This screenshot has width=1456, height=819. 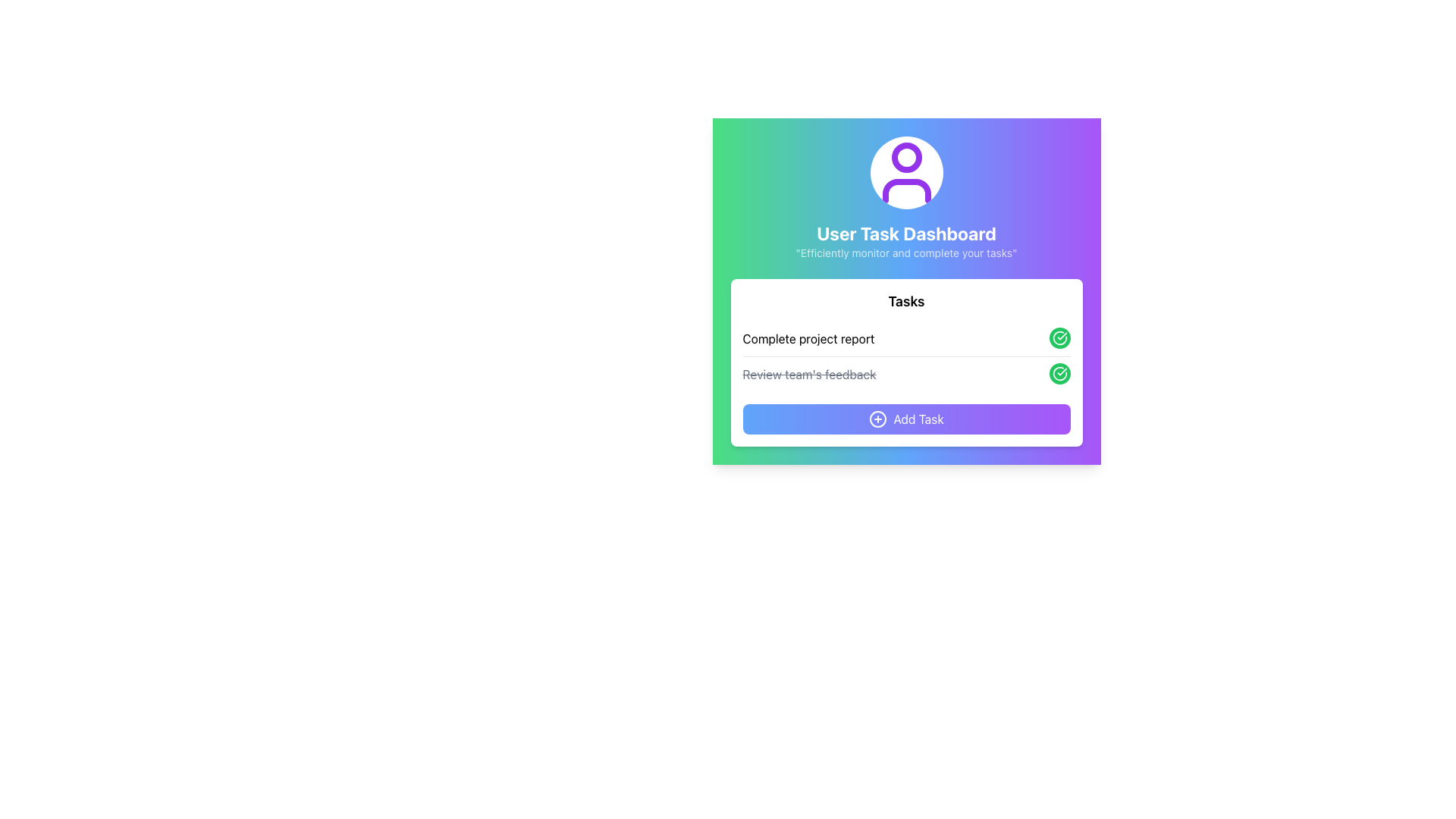 What do you see at coordinates (906, 419) in the screenshot?
I see `the 'Add Task' button, which is a wide rectangular button with rounded corners, featuring a gradient background from blue to purple and centered text in white, located at the bottom of the 'Tasks' card` at bounding box center [906, 419].